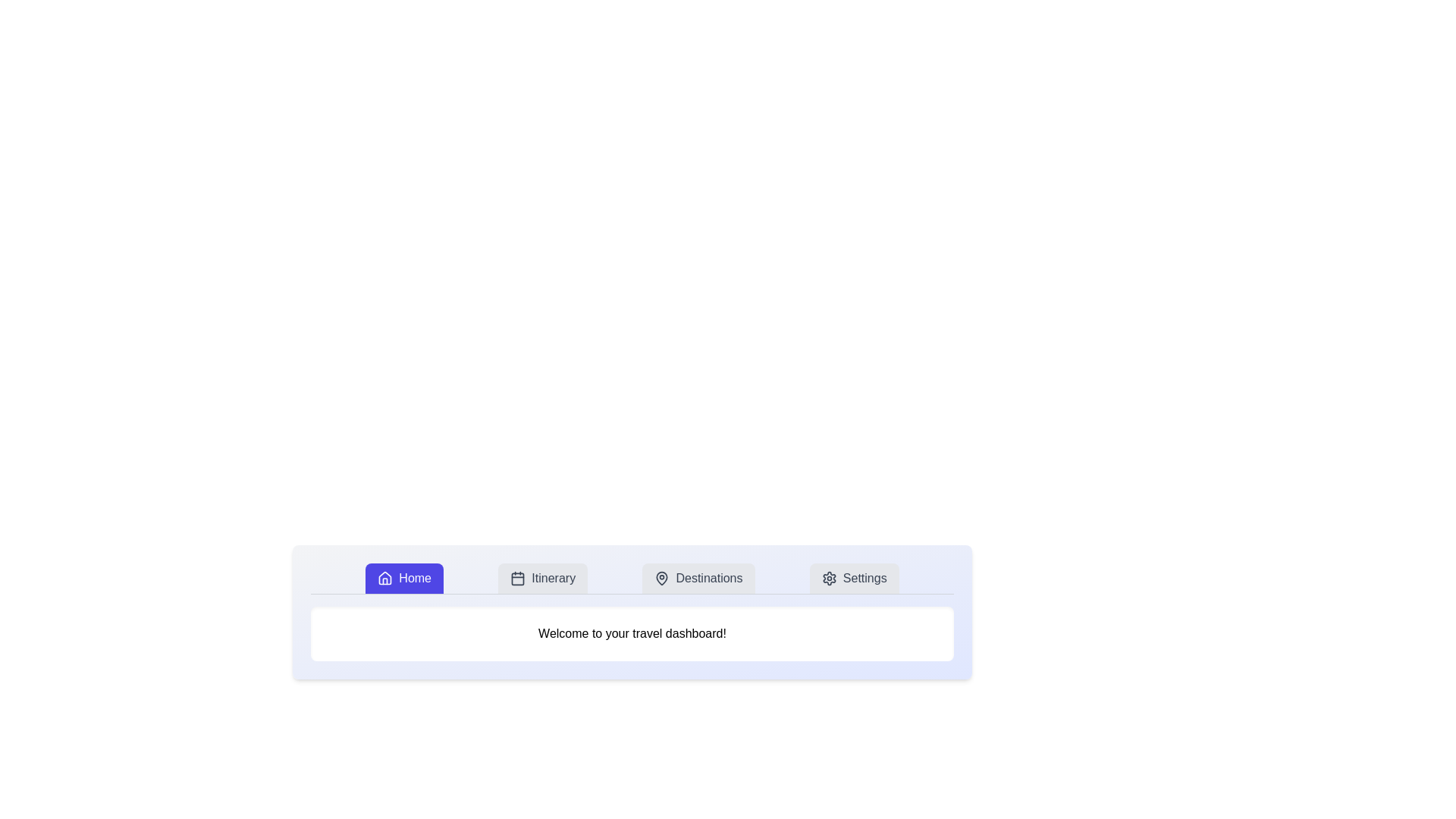  Describe the element at coordinates (854, 579) in the screenshot. I see `the settings button located at the rightmost of the button group in the header section` at that location.